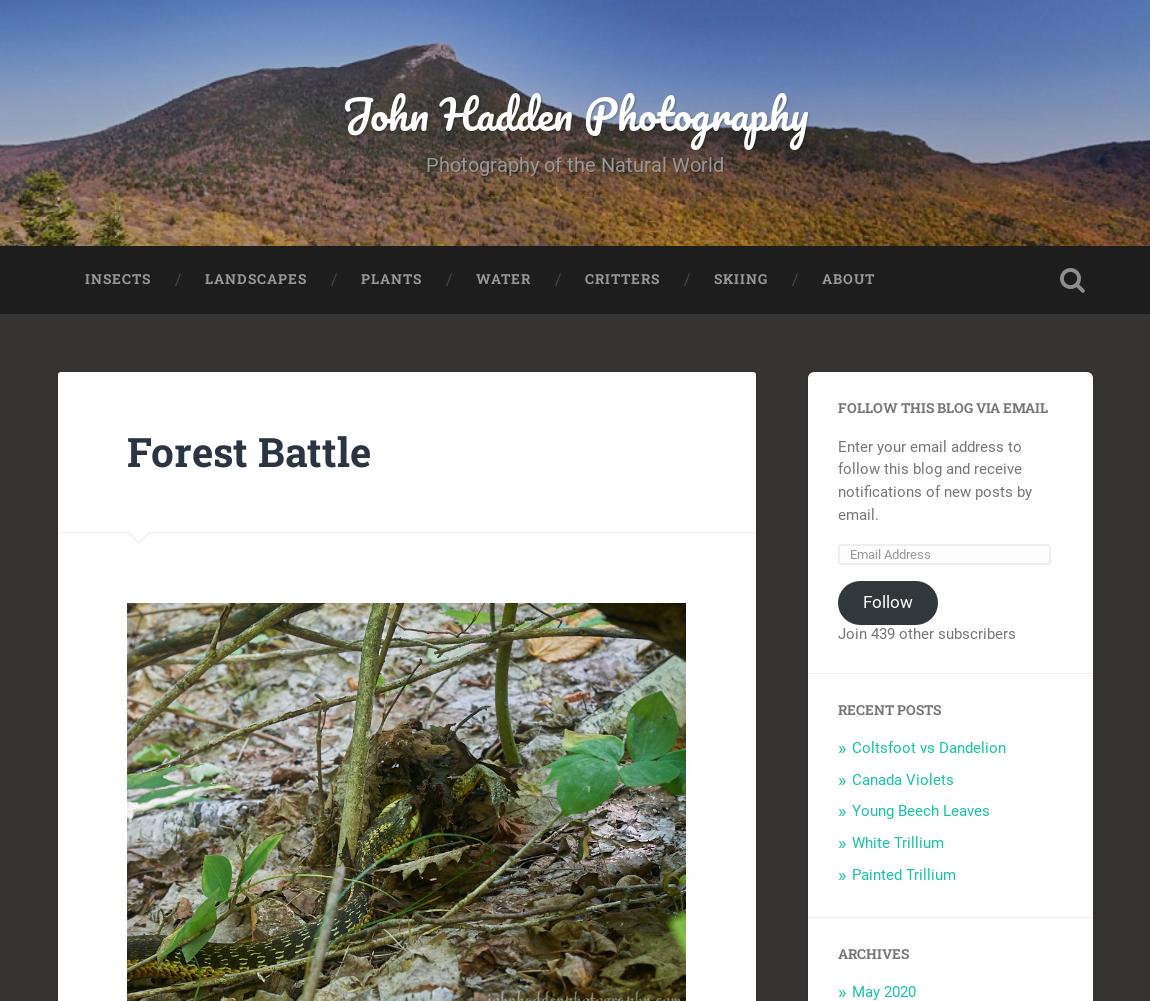 This screenshot has height=1001, width=1150. What do you see at coordinates (872, 952) in the screenshot?
I see `'Archives'` at bounding box center [872, 952].